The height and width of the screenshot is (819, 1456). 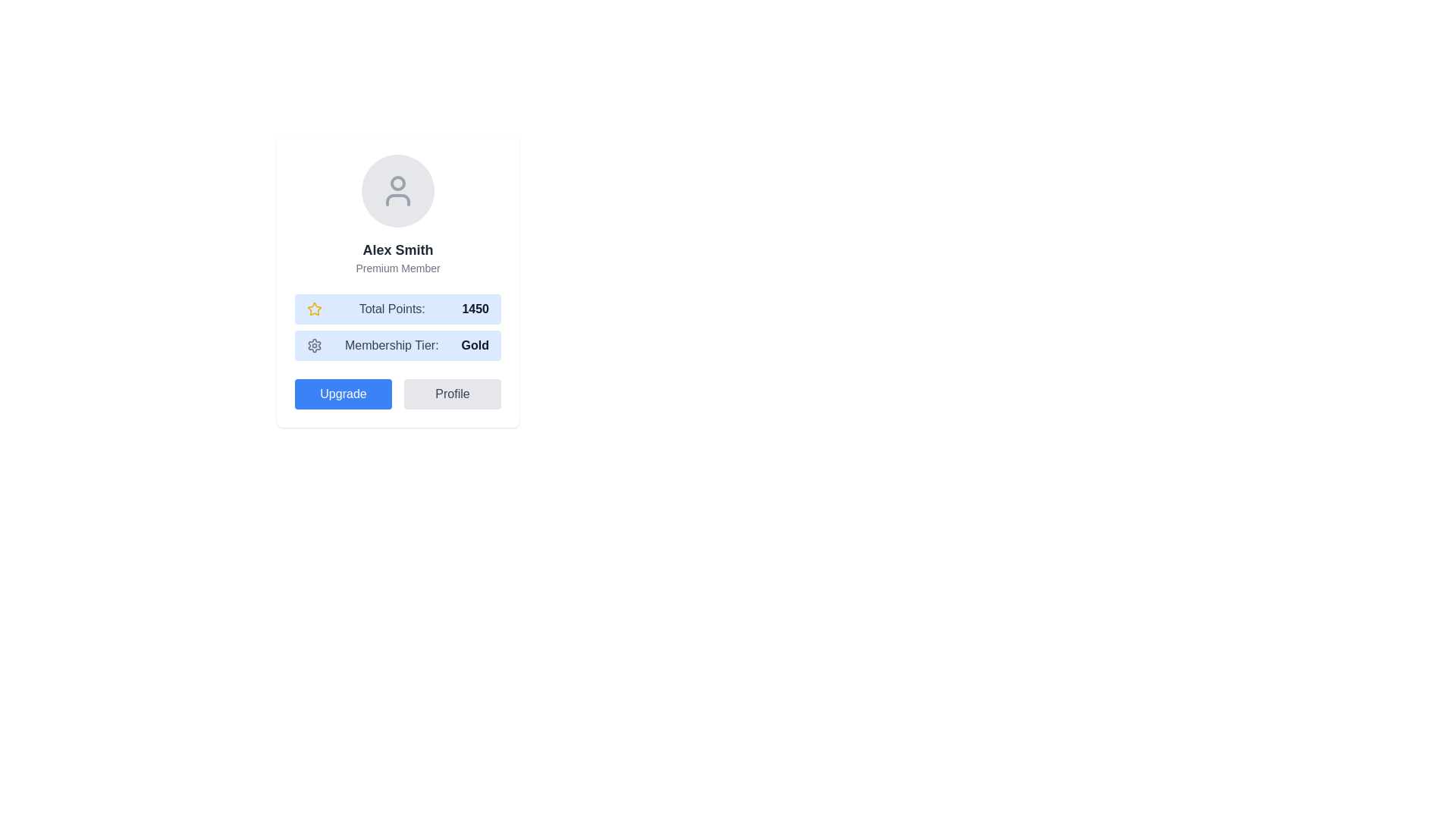 I want to click on the Static Text Label indicating the current membership status or tier of the user, located to the left of the text 'Gold', so click(x=391, y=345).